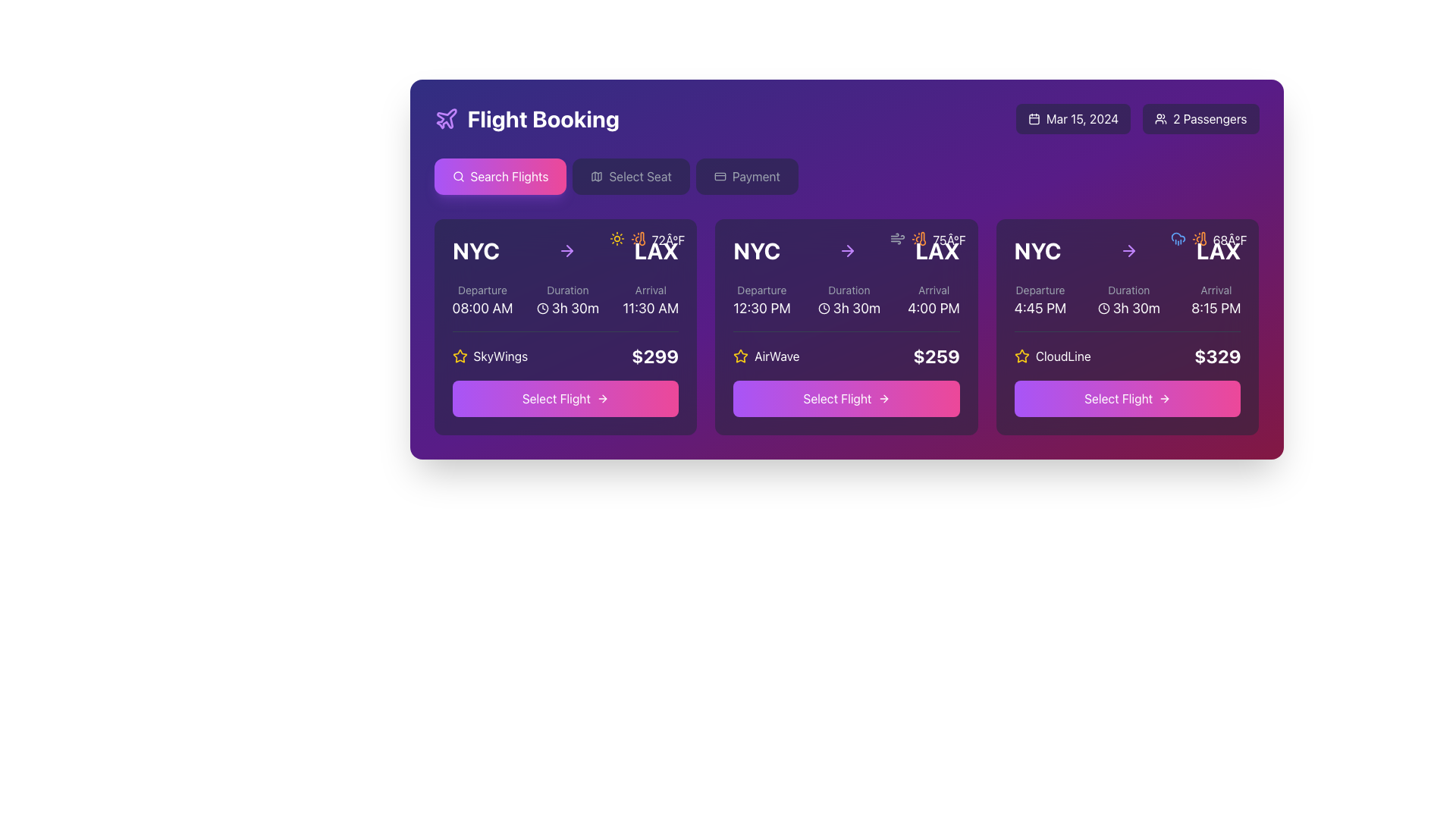 The height and width of the screenshot is (819, 1456). What do you see at coordinates (848, 290) in the screenshot?
I see `the 'Duration' label displayed in a small, gray font within the second card of the flight options list` at bounding box center [848, 290].